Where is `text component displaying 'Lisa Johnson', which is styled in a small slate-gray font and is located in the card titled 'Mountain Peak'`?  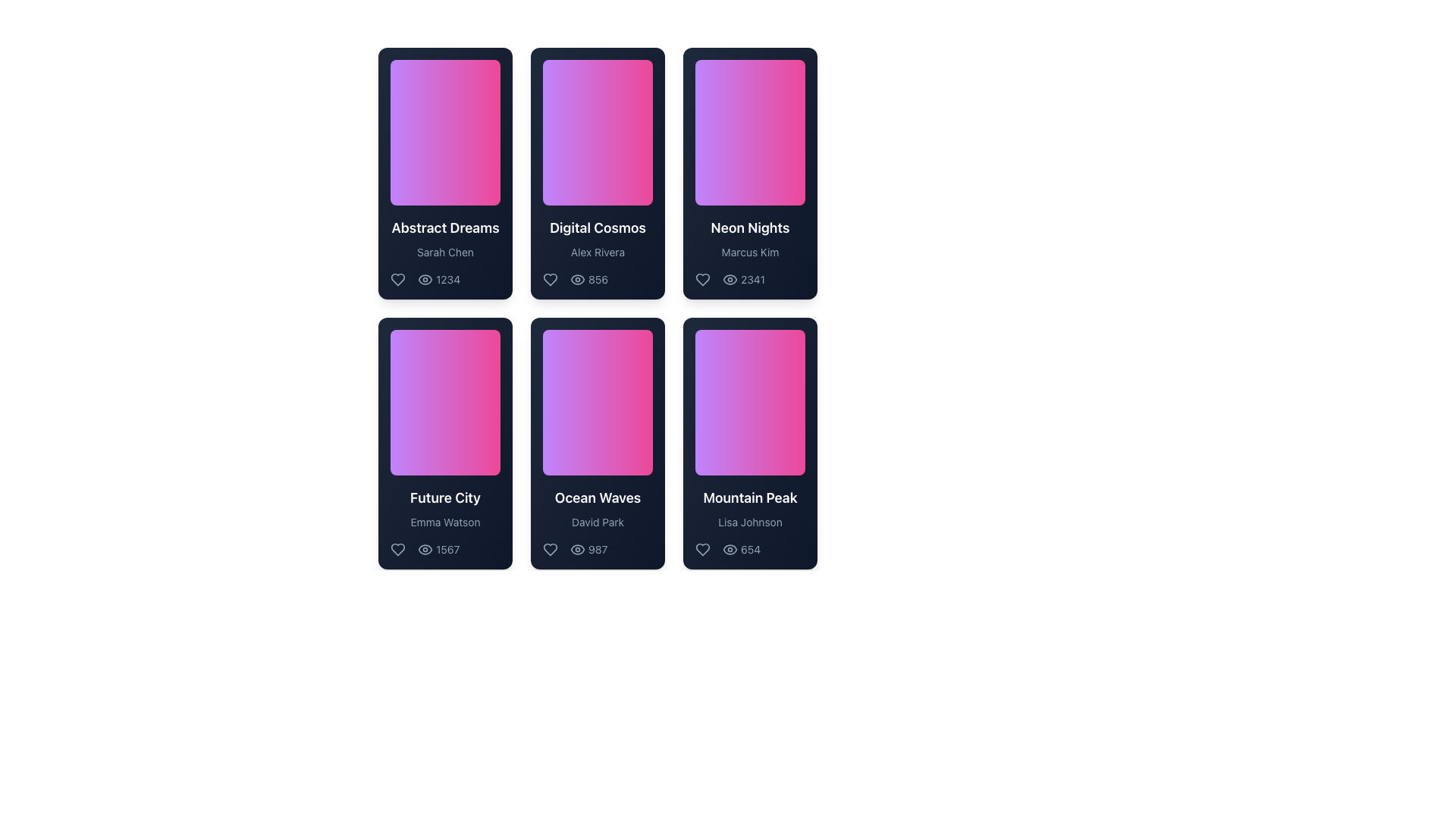 text component displaying 'Lisa Johnson', which is styled in a small slate-gray font and is located in the card titled 'Mountain Peak' is located at coordinates (750, 522).